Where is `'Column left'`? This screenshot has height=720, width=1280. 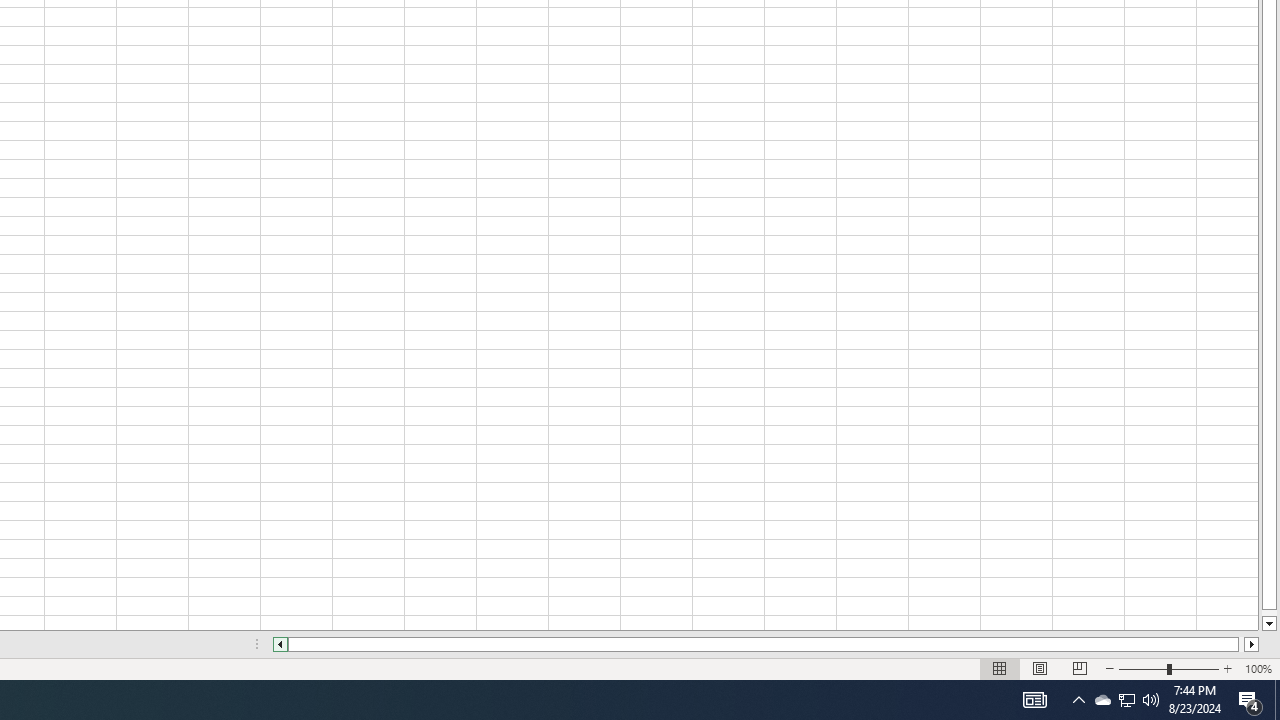
'Column left' is located at coordinates (278, 644).